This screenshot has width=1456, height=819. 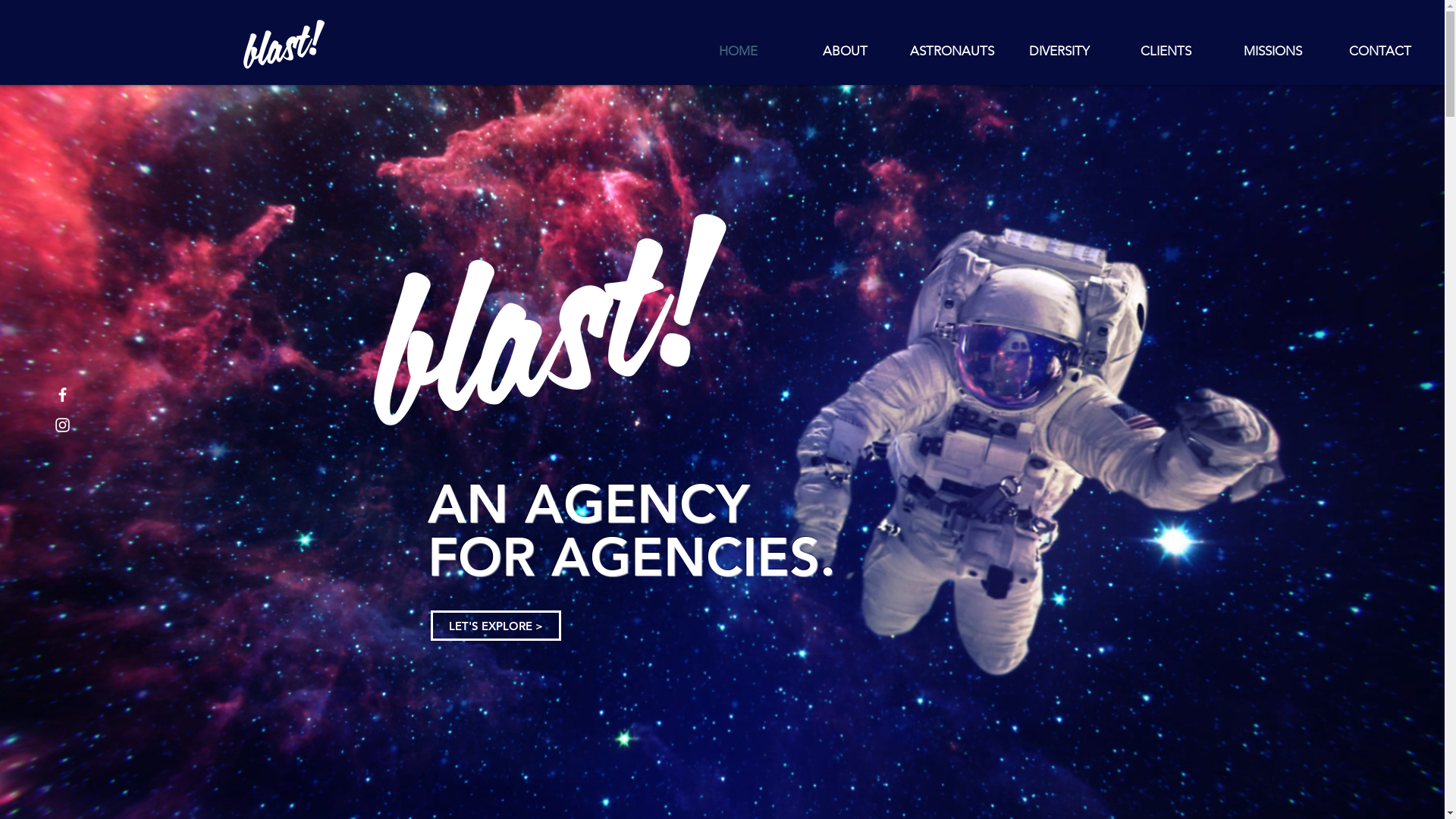 What do you see at coordinates (1058, 49) in the screenshot?
I see `'DIVERSITY'` at bounding box center [1058, 49].